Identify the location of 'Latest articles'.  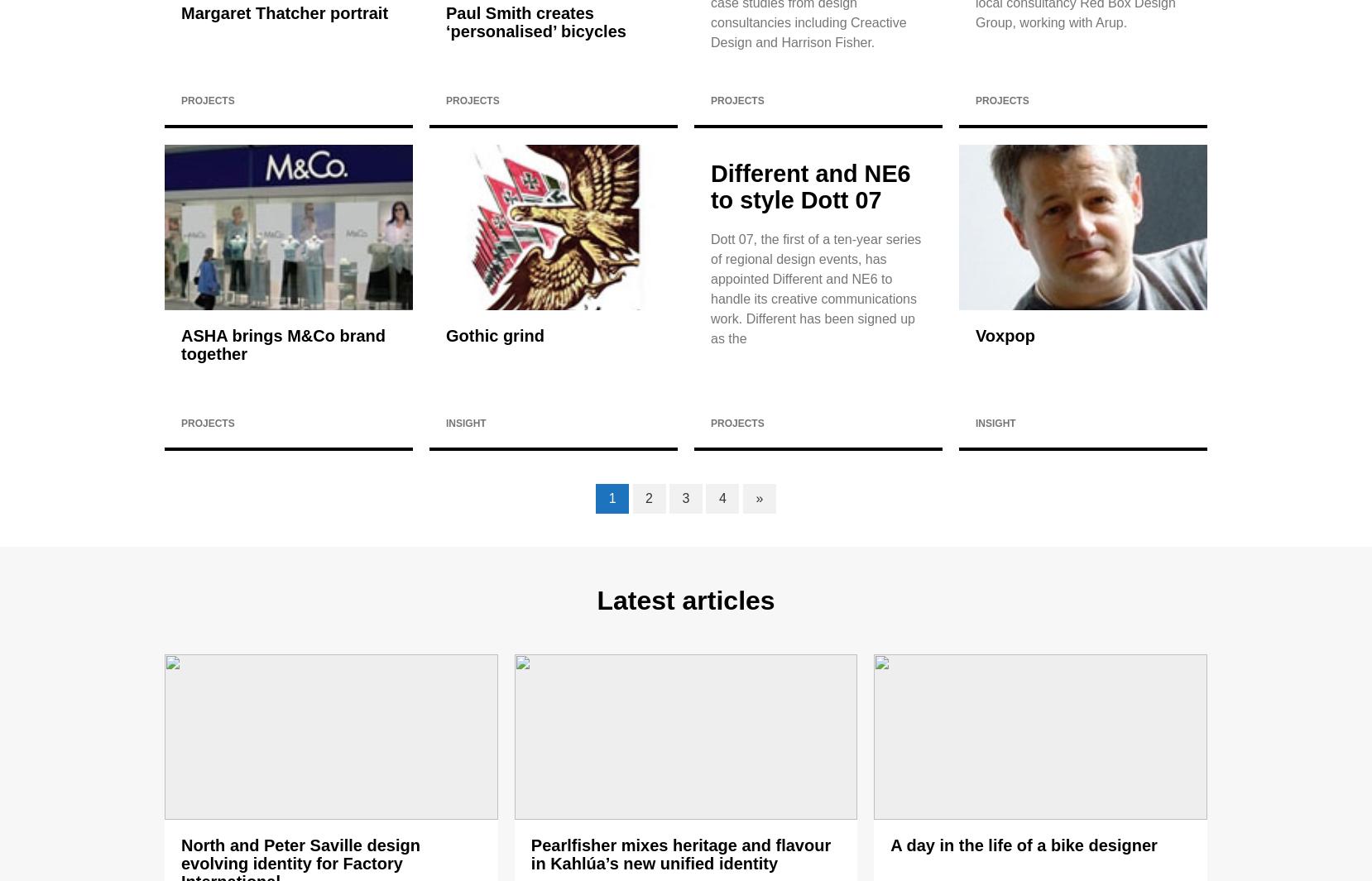
(685, 601).